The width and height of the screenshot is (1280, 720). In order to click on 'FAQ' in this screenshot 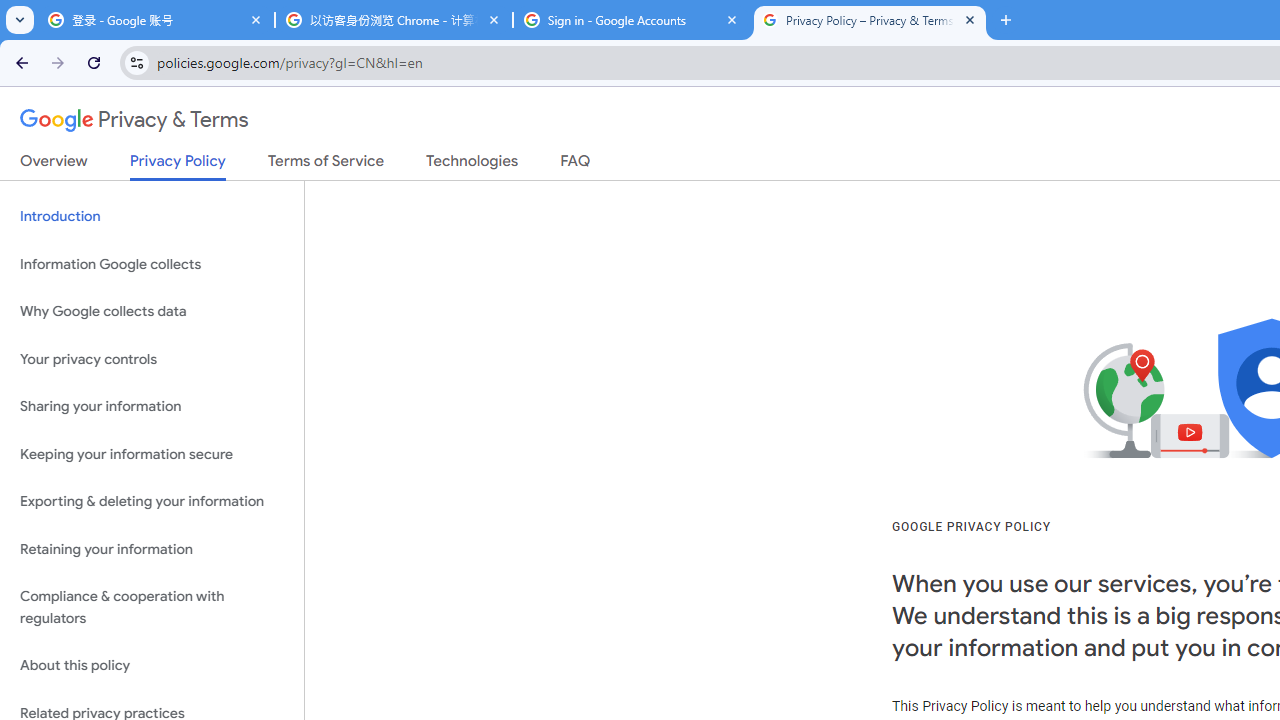, I will do `click(575, 164)`.